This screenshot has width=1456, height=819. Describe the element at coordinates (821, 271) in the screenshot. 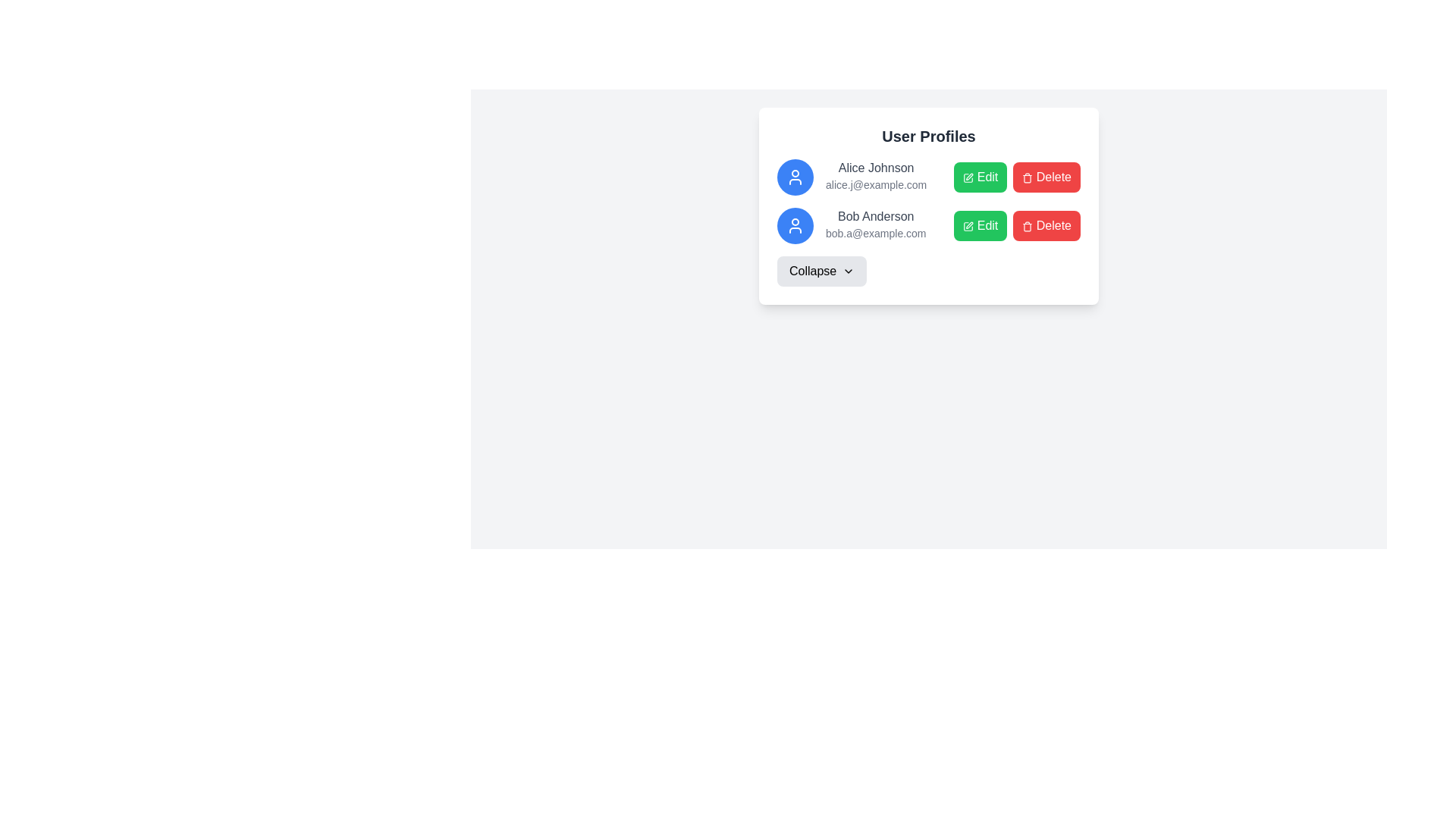

I see `the 'Collapse' button, which has a downward-pointing chevron icon and is styled with rounded corners and a gray background` at that location.